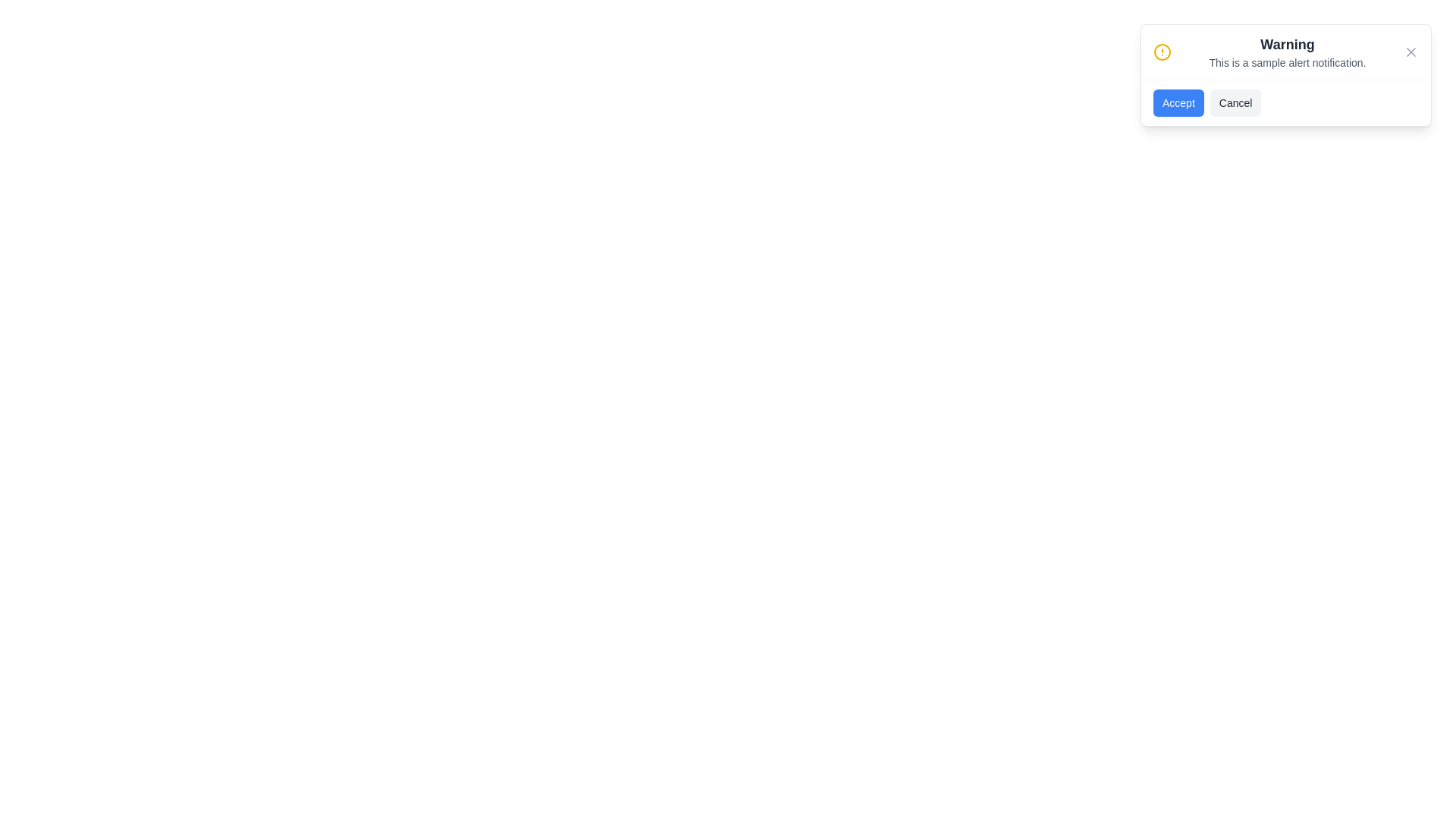  I want to click on the 'Accept' button, which has a blue background and white text, positioned at the bottom edge of a notification dialog, so click(1178, 102).